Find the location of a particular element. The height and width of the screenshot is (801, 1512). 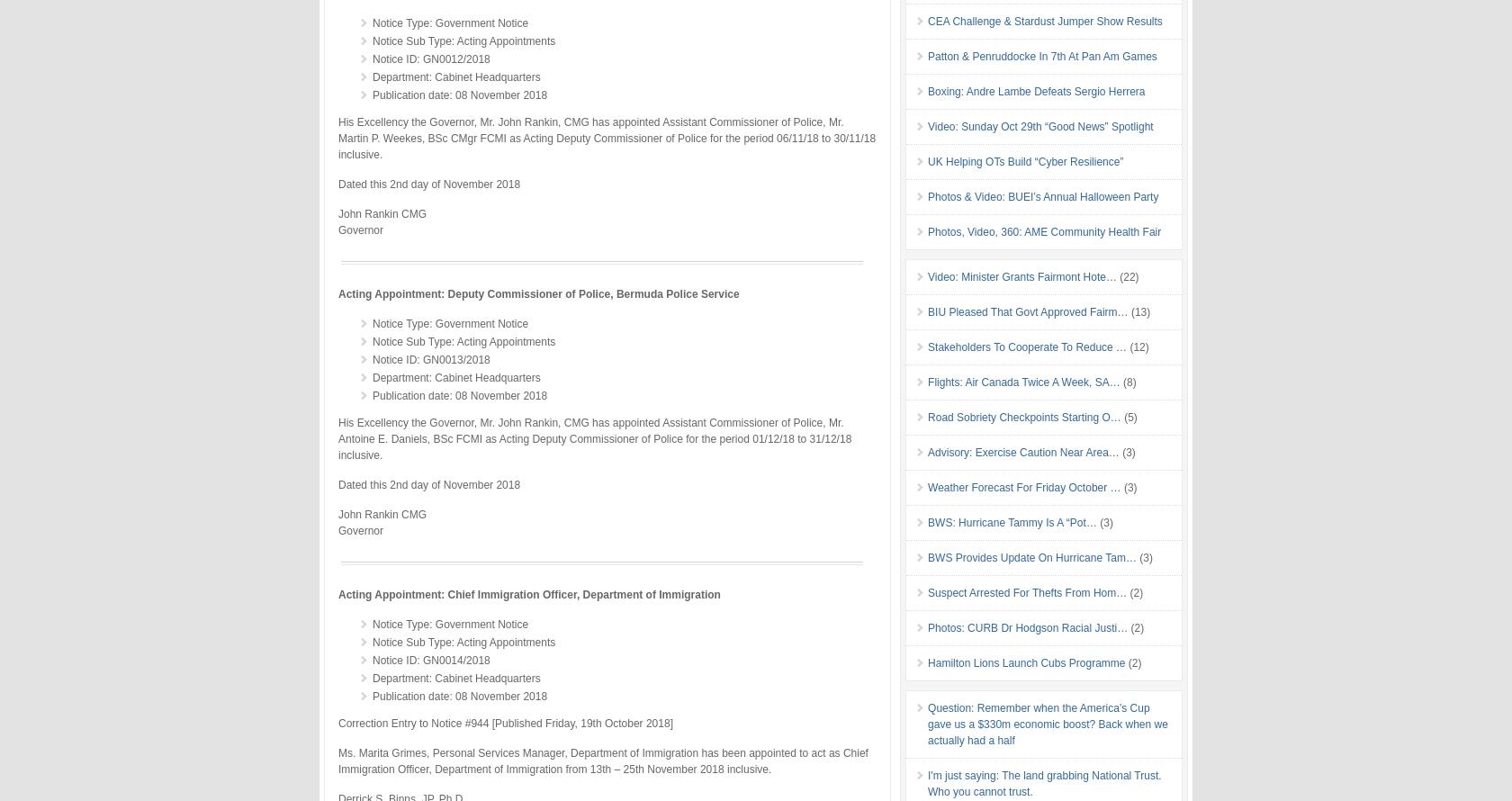

'Ms. Marita Grimes, Personal Services Manager, Department of Immigration has been appointed to act as Chief Immigration Officer, Department of Immigration from 13th – 25th November 2018 inclusive.' is located at coordinates (602, 759).